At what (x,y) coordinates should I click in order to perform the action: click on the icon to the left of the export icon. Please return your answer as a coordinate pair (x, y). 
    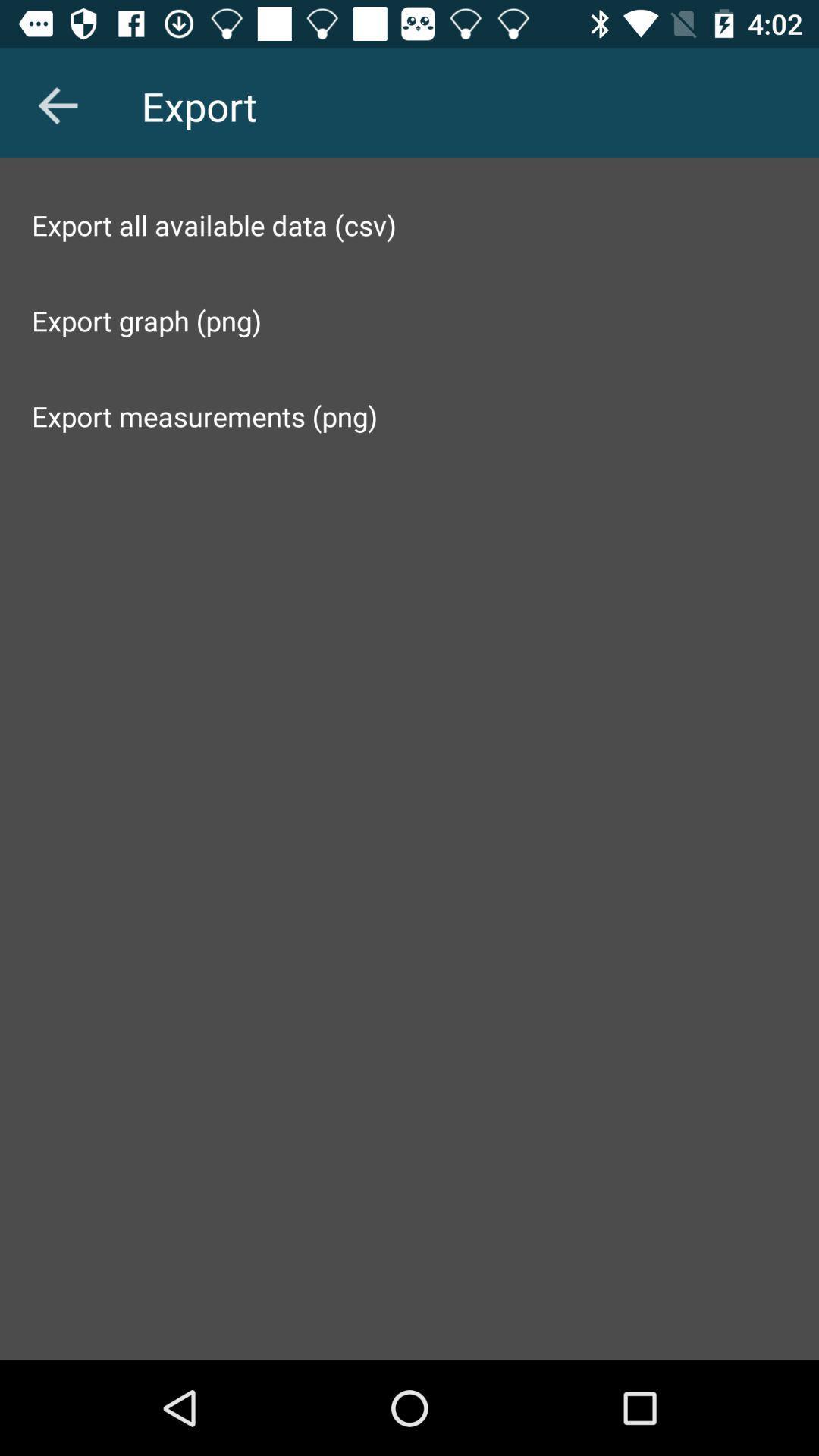
    Looking at the image, I should click on (57, 105).